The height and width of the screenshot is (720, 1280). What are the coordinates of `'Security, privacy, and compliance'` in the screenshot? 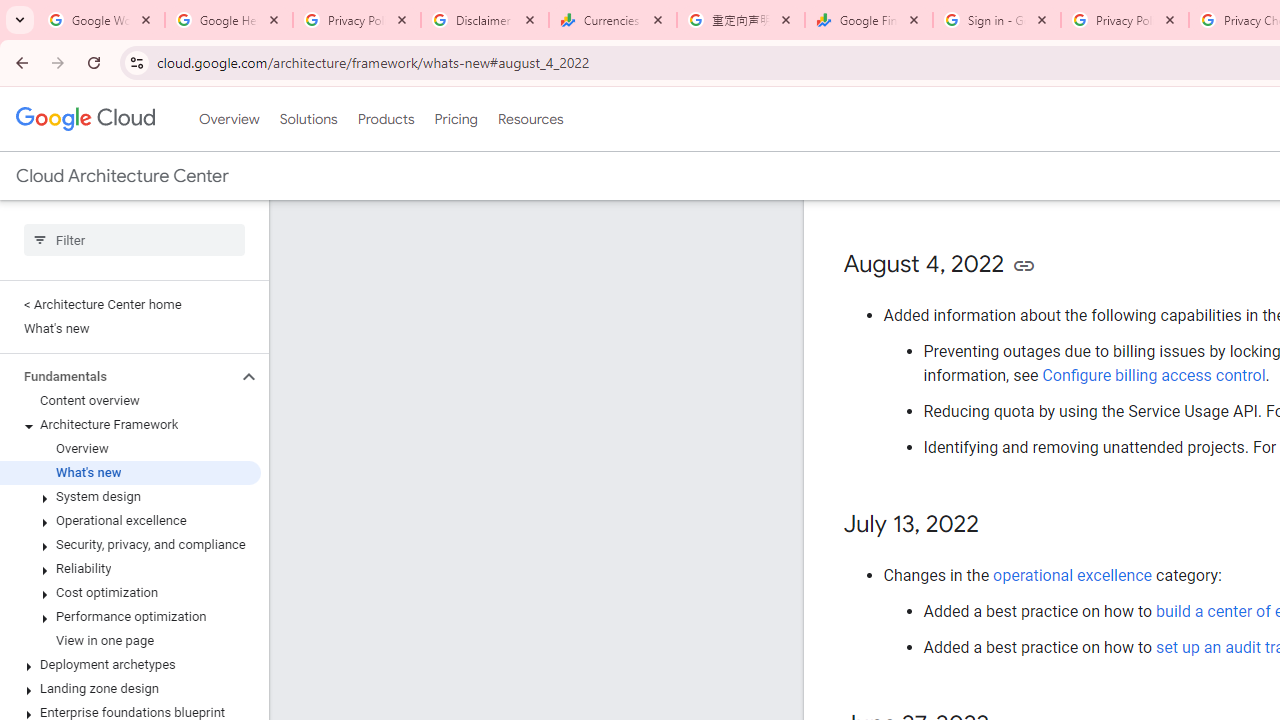 It's located at (129, 545).